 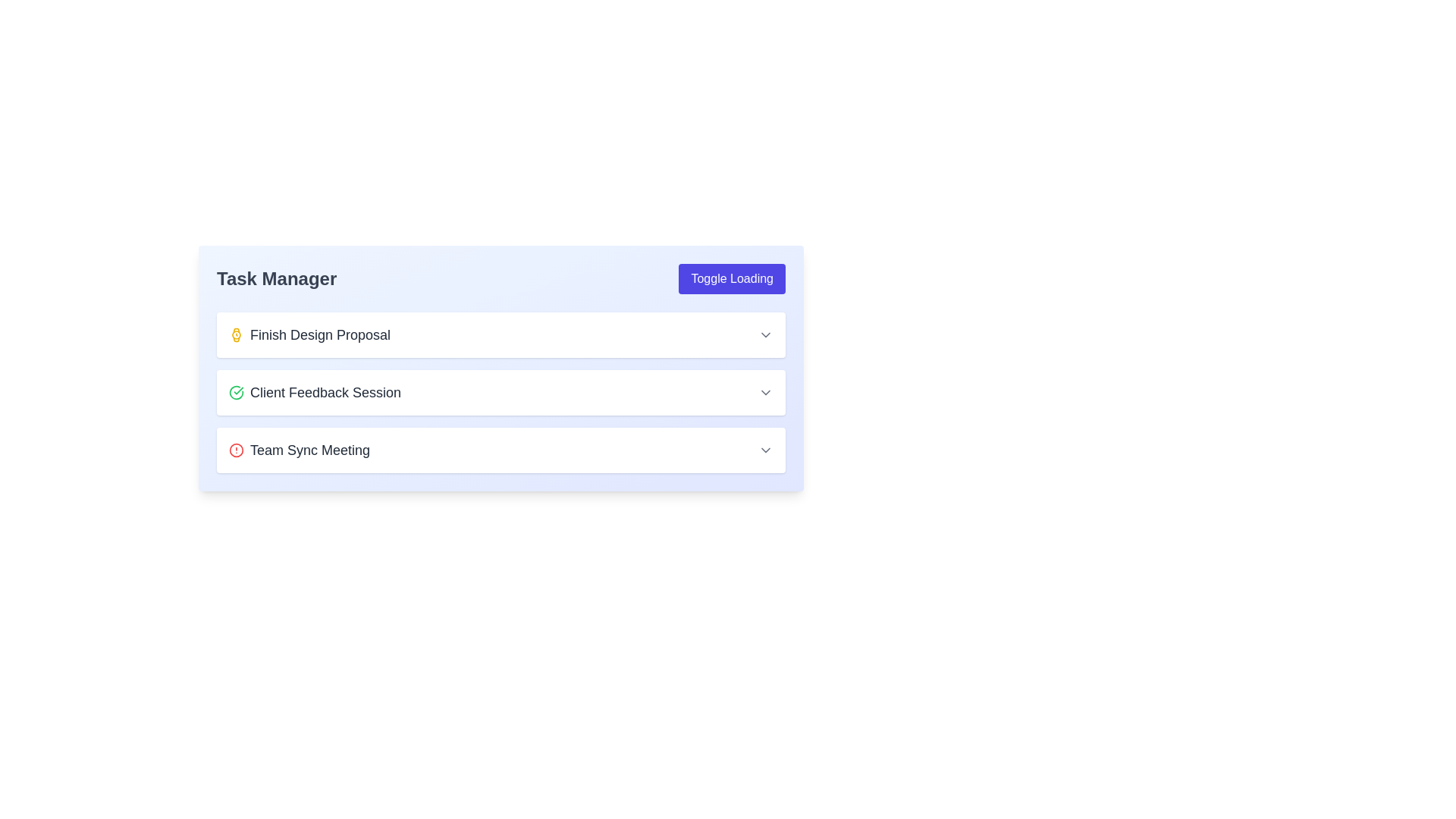 I want to click on the 'Toggle Loading' button, which is a rectangular button with an indigo background and white text, located in the upper right corner of the header section, so click(x=732, y=278).